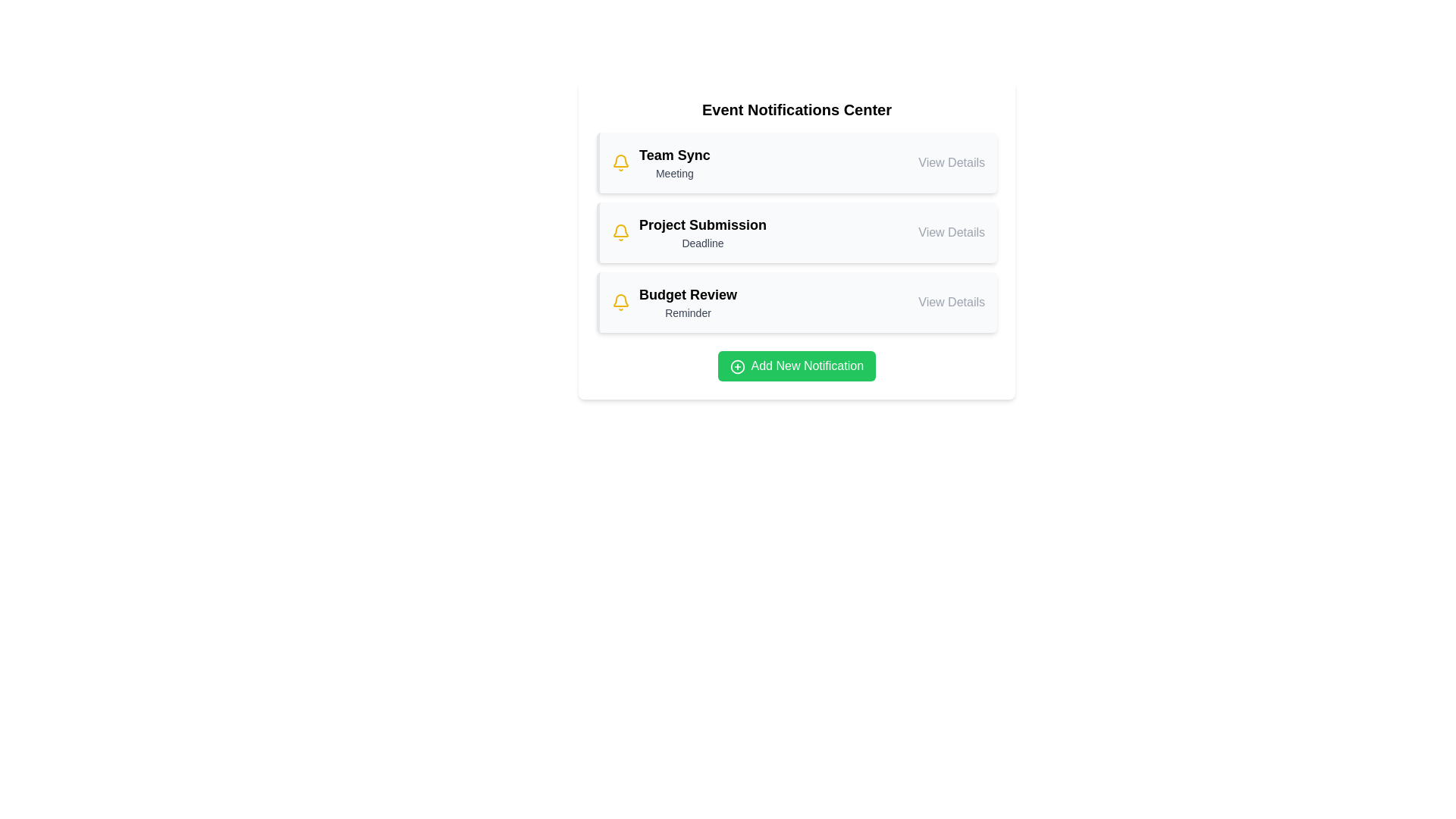 Image resolution: width=1456 pixels, height=819 pixels. Describe the element at coordinates (673, 302) in the screenshot. I see `the notification item labeled 'Budget Review' in the 'Event Notifications Center' interface, which is the third item in the notification list` at that location.